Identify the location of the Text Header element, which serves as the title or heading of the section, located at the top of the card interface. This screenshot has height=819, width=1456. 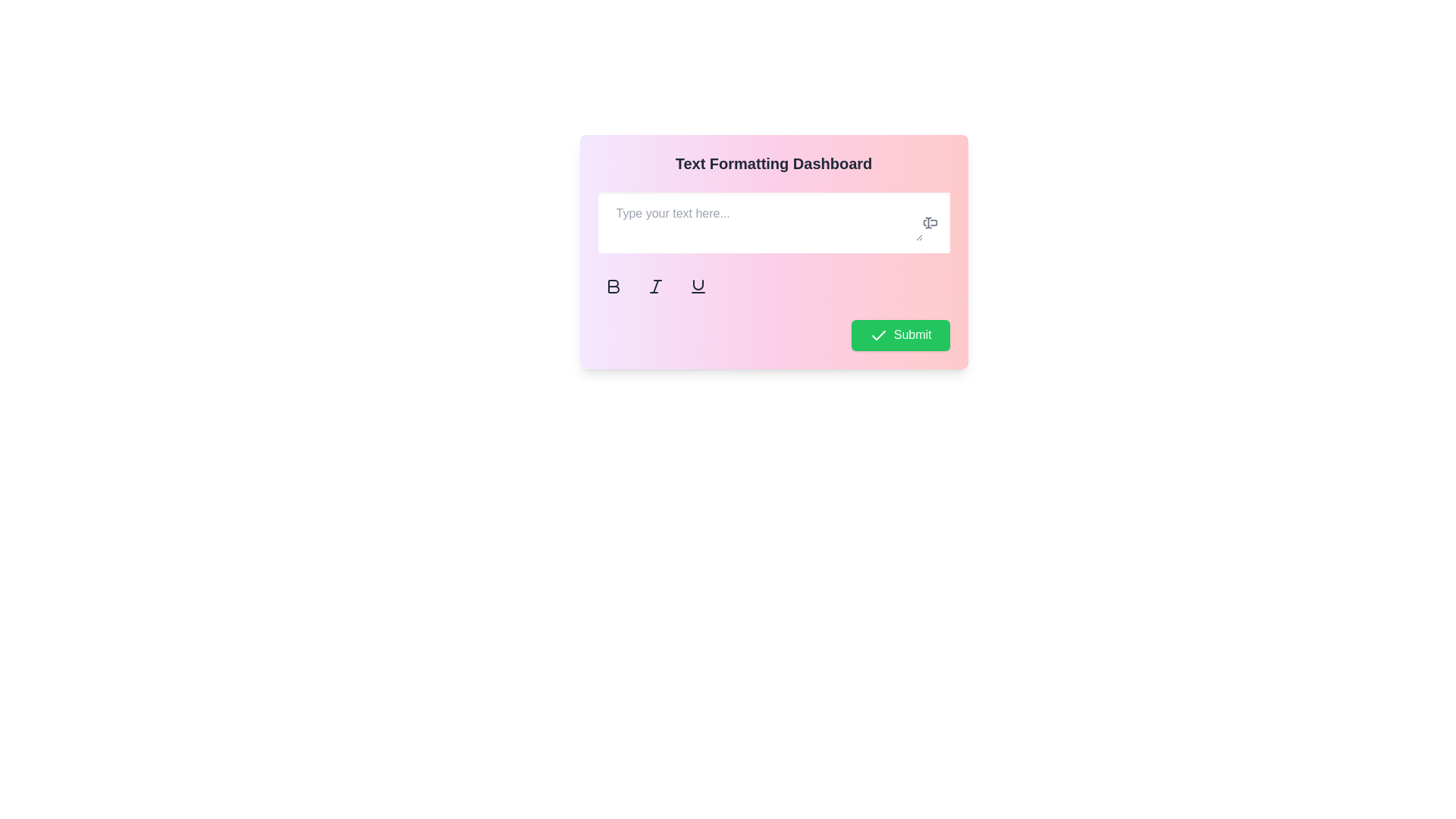
(773, 164).